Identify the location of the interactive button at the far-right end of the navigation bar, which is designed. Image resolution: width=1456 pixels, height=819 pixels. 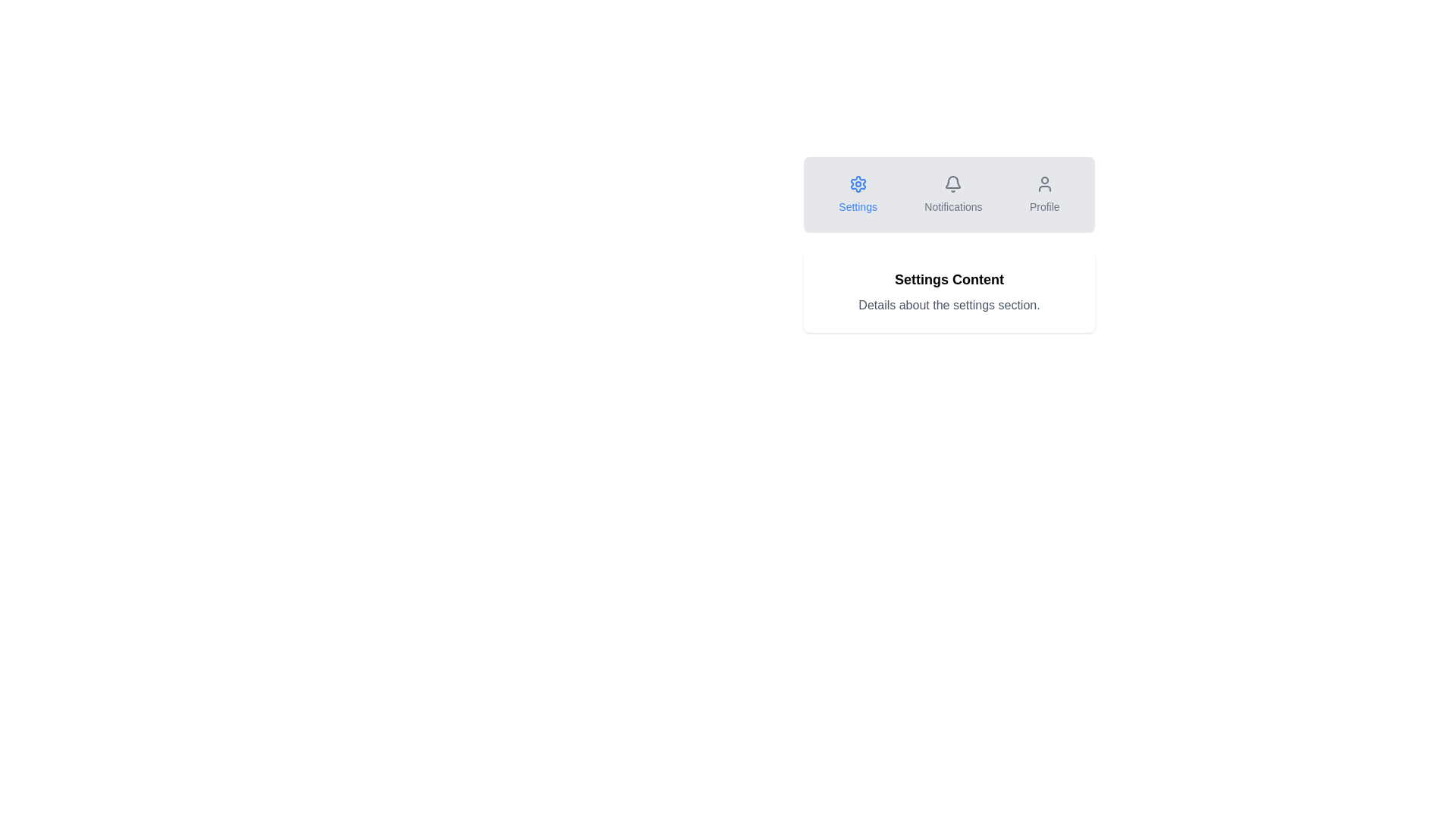
(1043, 194).